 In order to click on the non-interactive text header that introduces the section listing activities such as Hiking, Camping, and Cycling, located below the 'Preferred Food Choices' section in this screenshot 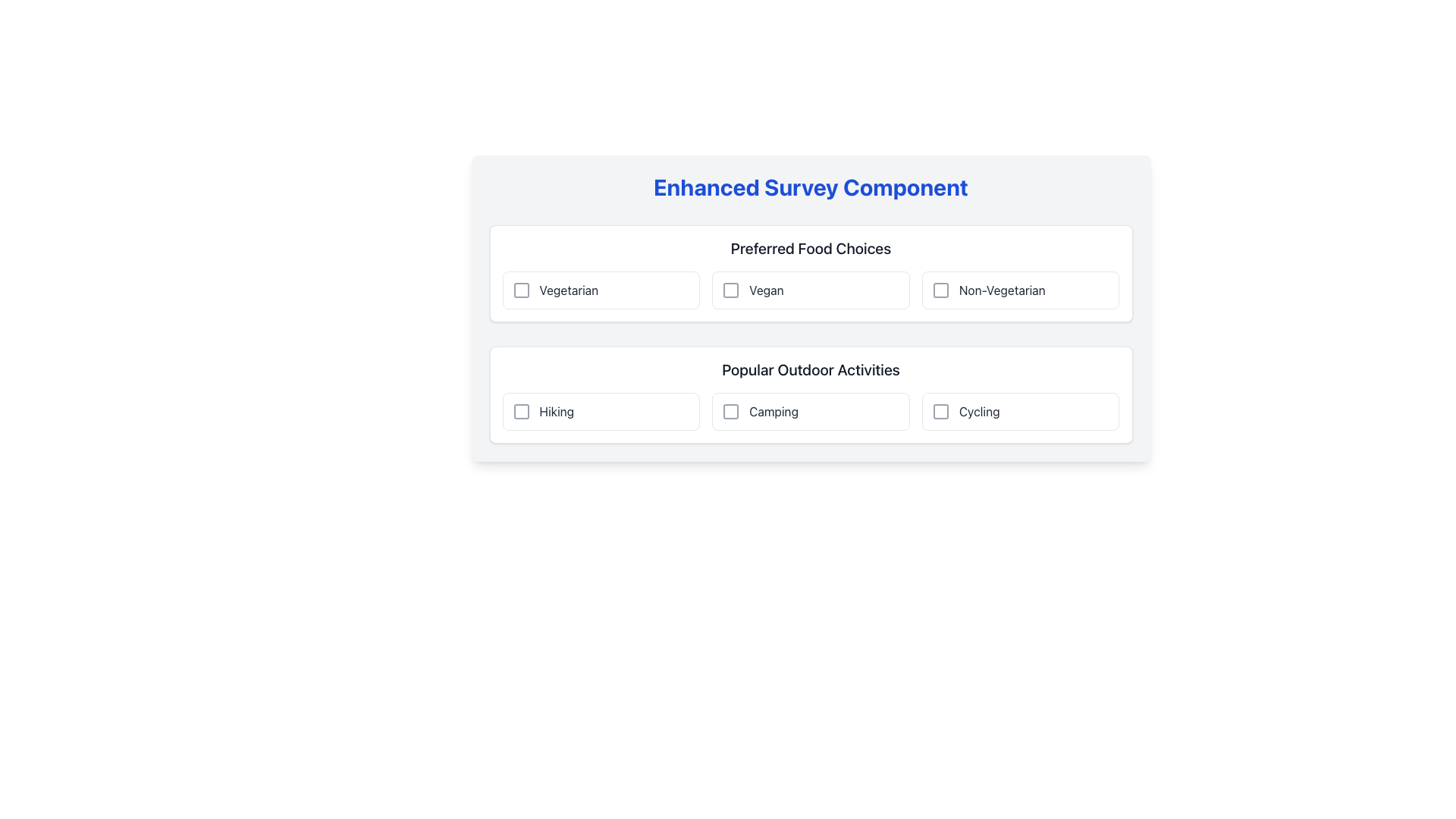, I will do `click(810, 370)`.